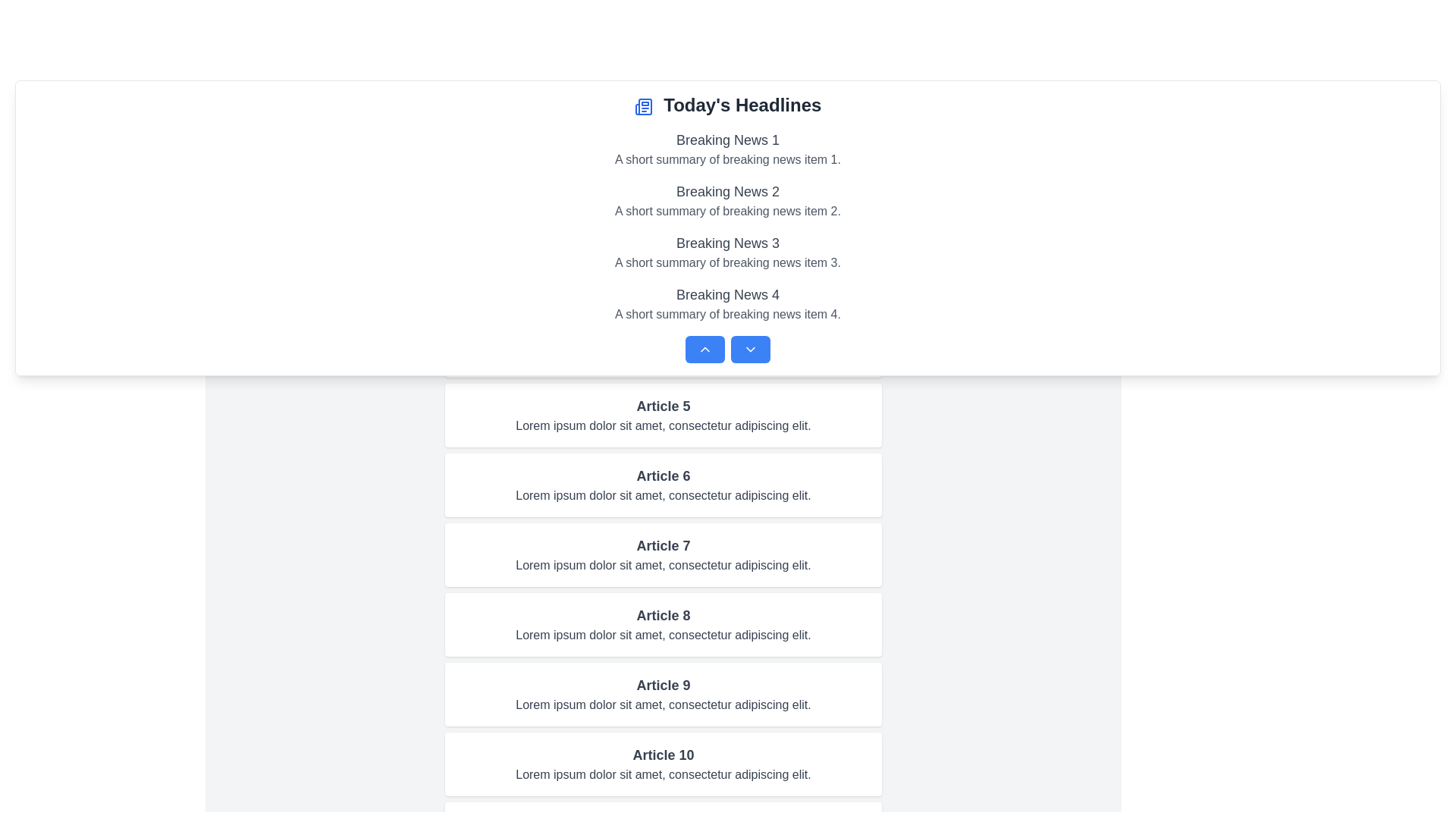  What do you see at coordinates (728, 314) in the screenshot?
I see `text content of the element that displays 'A short summary of breaking news item 4.' located below the title 'Breaking News 4' in the list of breaking news items` at bounding box center [728, 314].